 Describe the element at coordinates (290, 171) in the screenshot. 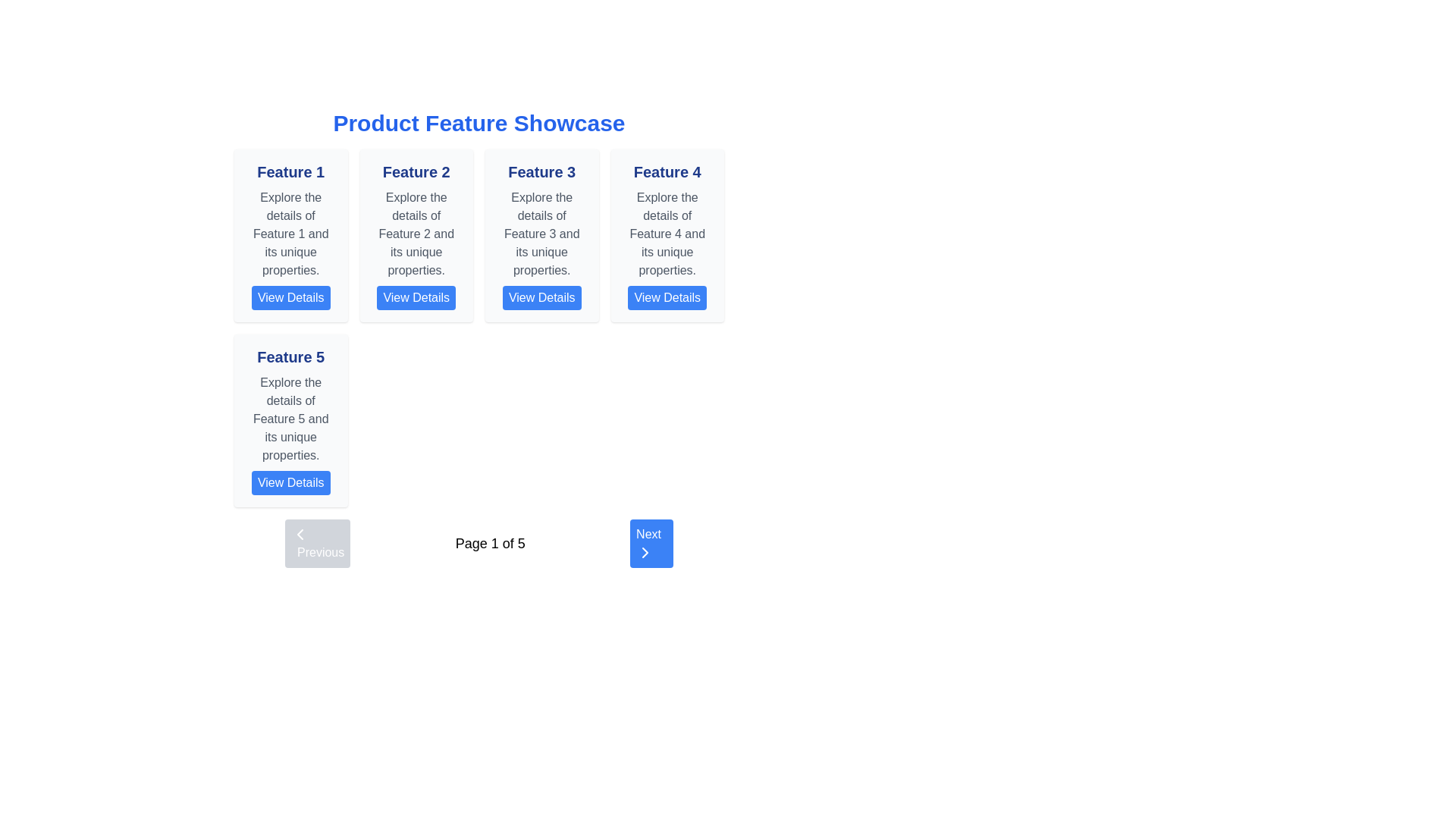

I see `title text label for 'Feature 1', which is located at the top of the first feature card in the grid layout` at that location.